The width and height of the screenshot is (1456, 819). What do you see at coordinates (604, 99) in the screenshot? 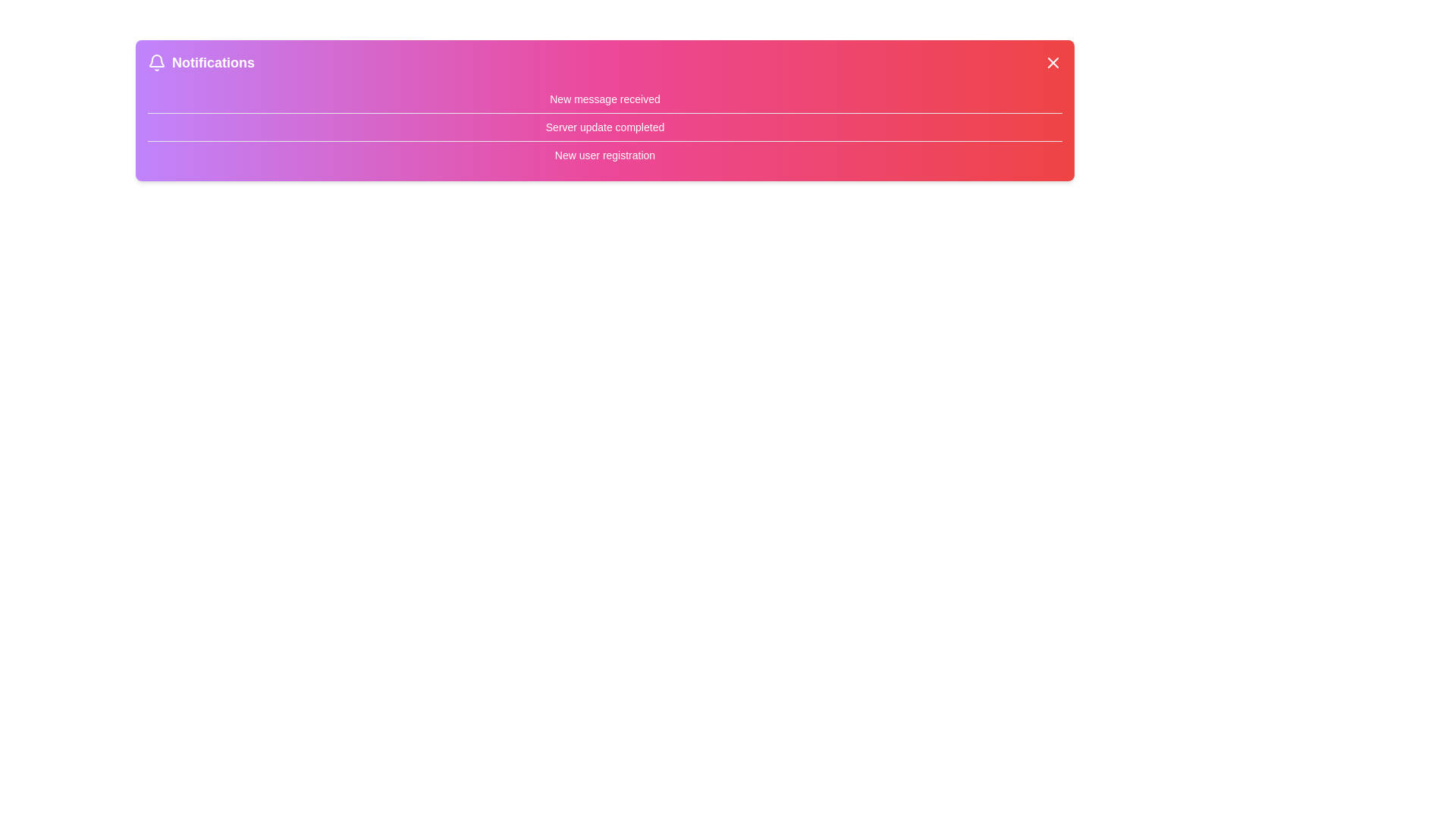
I see `message displayed in the Text Display that shows 'New message received' in white text on a gradient background` at bounding box center [604, 99].